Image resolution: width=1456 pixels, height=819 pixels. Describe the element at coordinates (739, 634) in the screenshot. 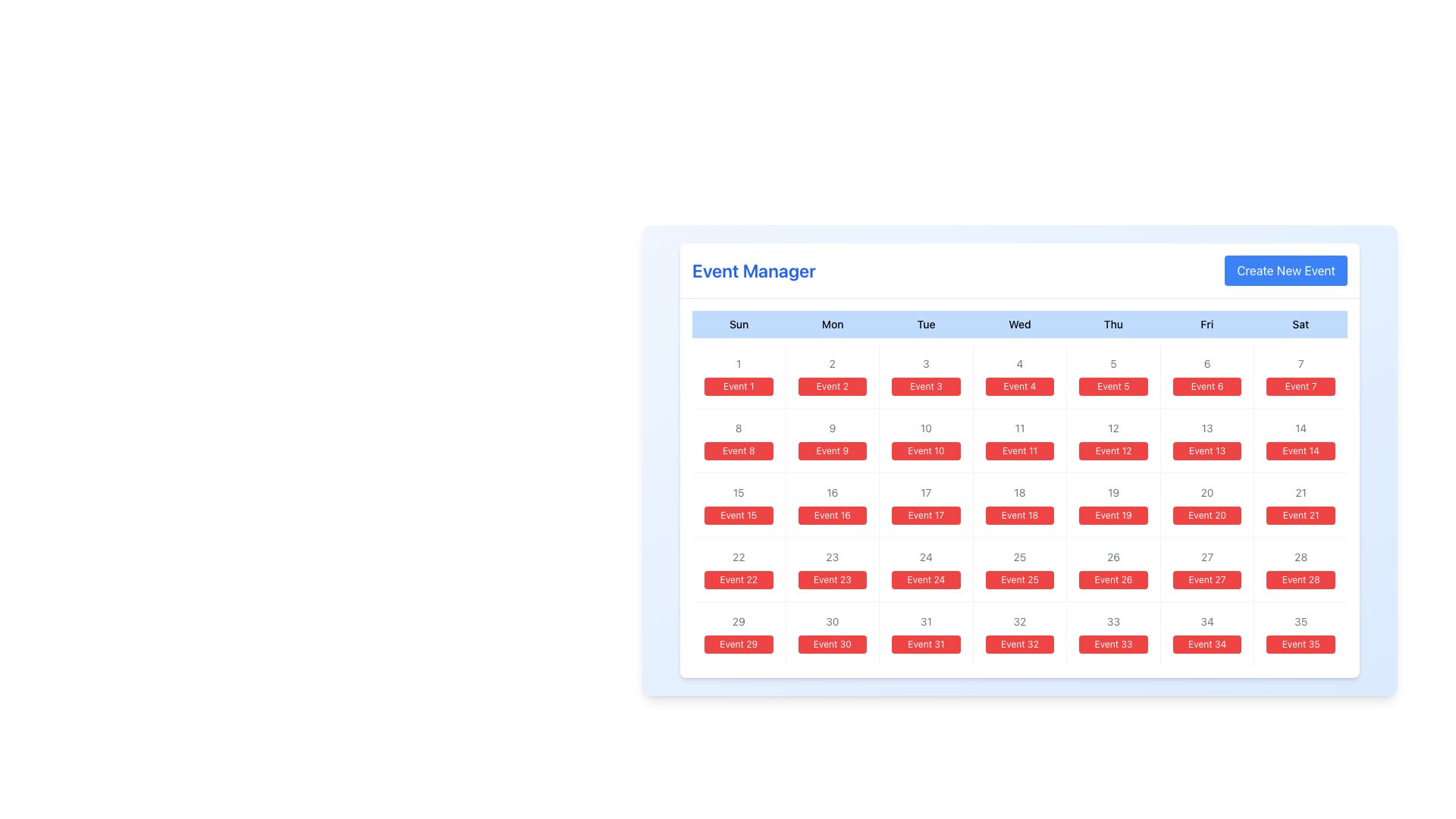

I see `the composite component for the day of the month labeled '29' with a red button indicating 'Event 29' in the Event Manager interface` at that location.